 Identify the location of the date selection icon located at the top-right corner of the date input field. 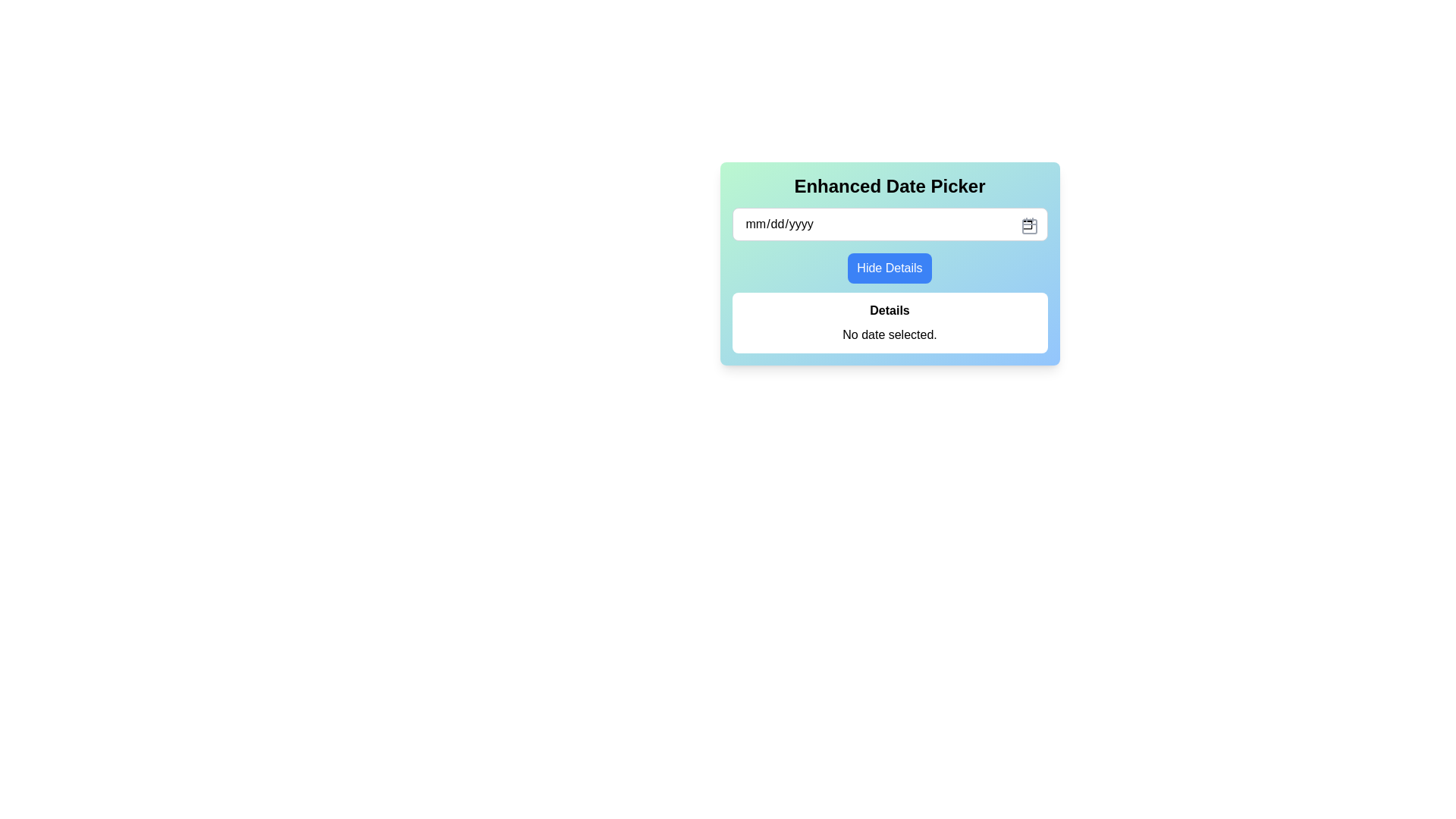
(1029, 225).